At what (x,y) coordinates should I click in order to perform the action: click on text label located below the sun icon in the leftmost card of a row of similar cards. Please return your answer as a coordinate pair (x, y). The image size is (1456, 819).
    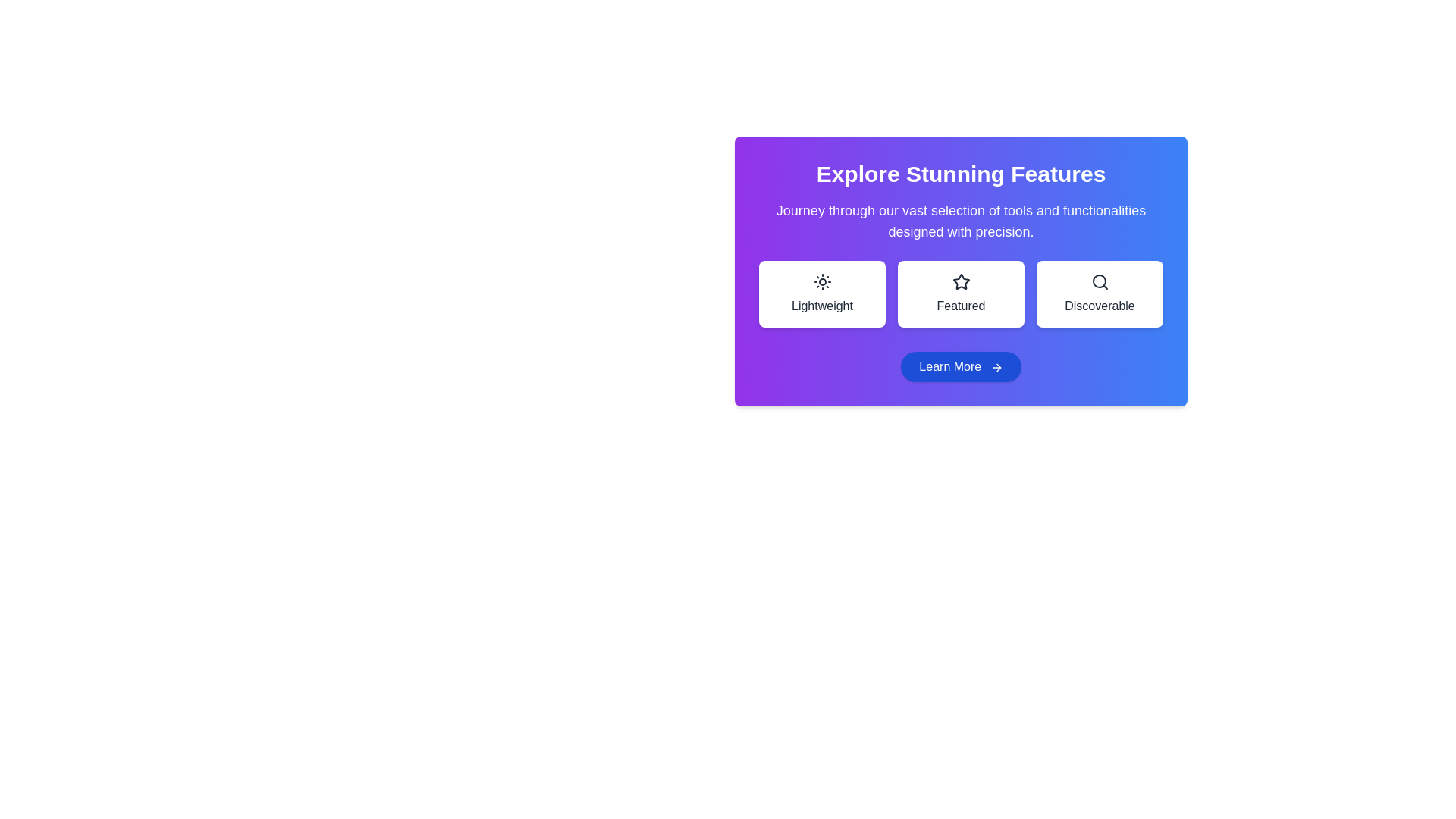
    Looking at the image, I should click on (821, 306).